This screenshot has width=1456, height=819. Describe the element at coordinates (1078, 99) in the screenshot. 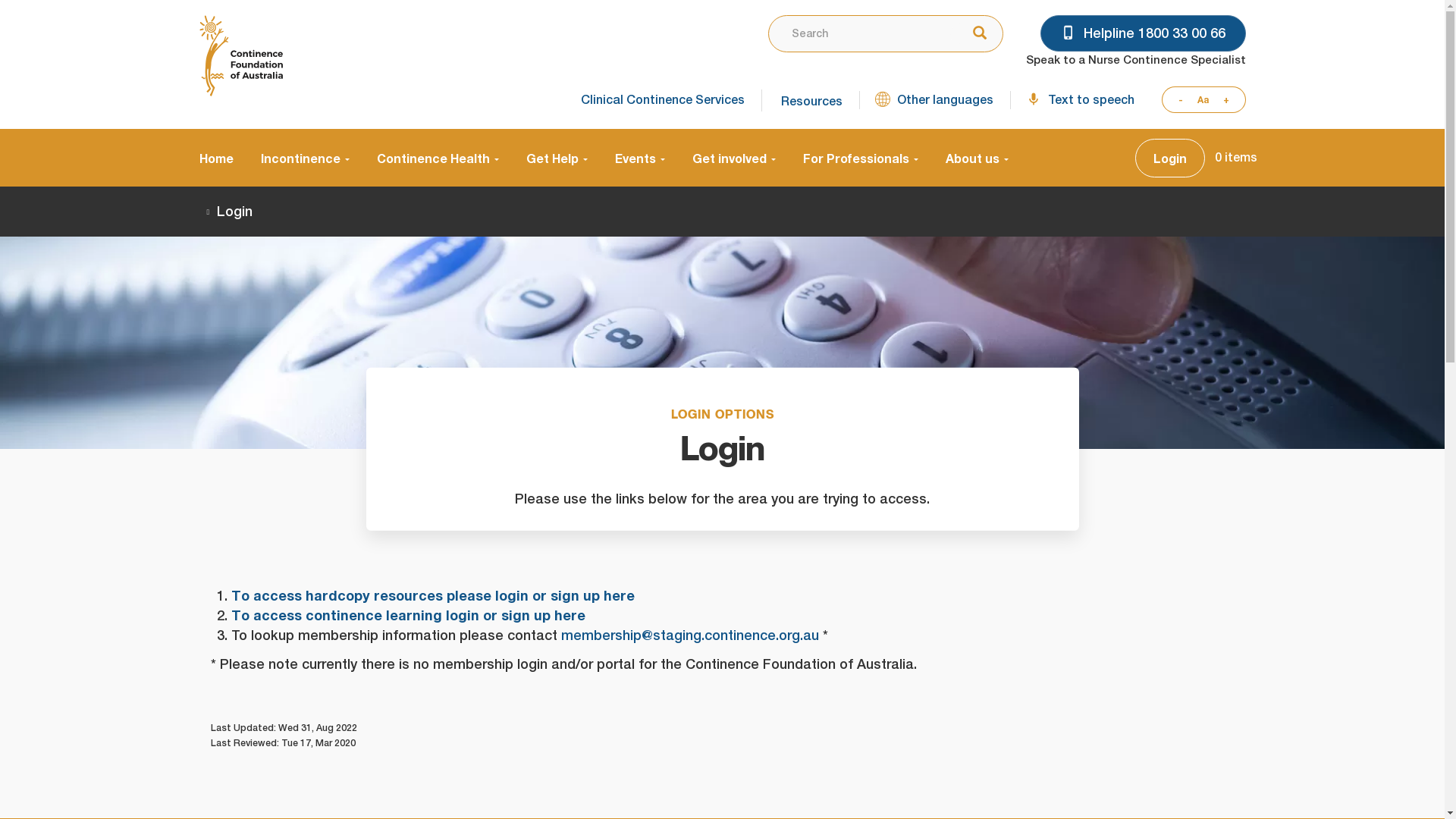

I see `'Text to speech'` at that location.